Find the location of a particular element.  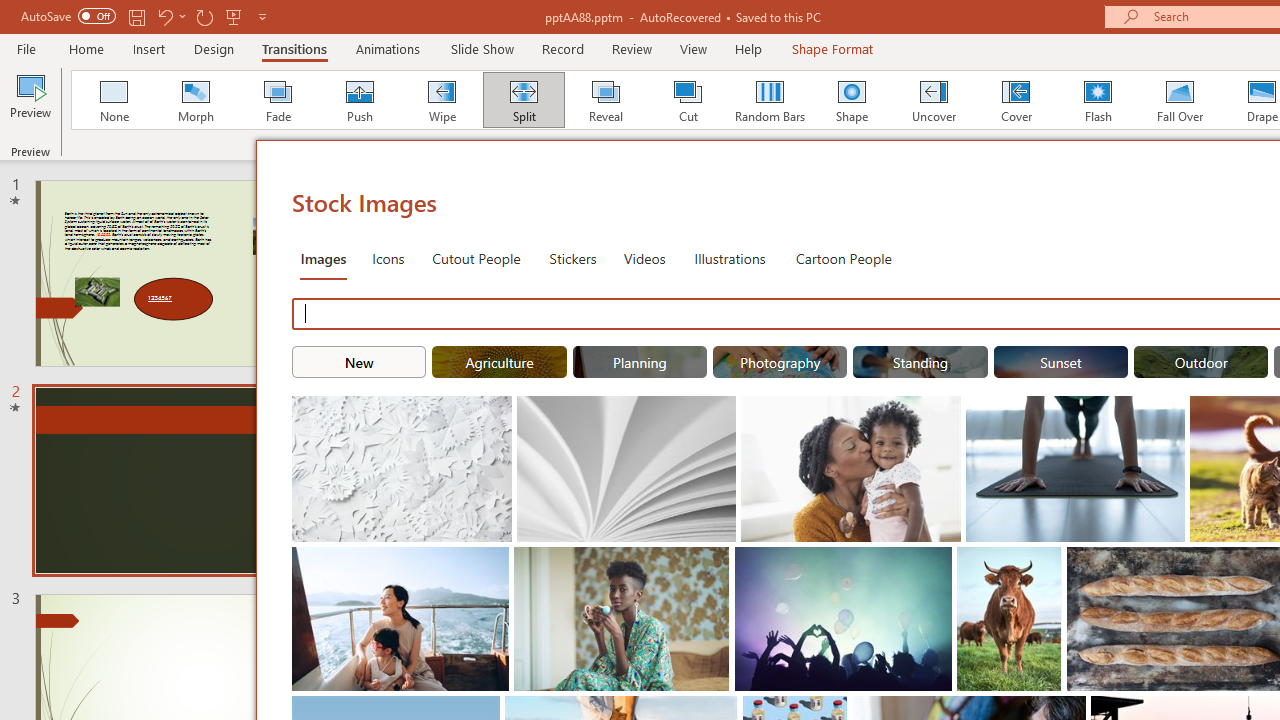

'Wipe' is located at coordinates (440, 100).